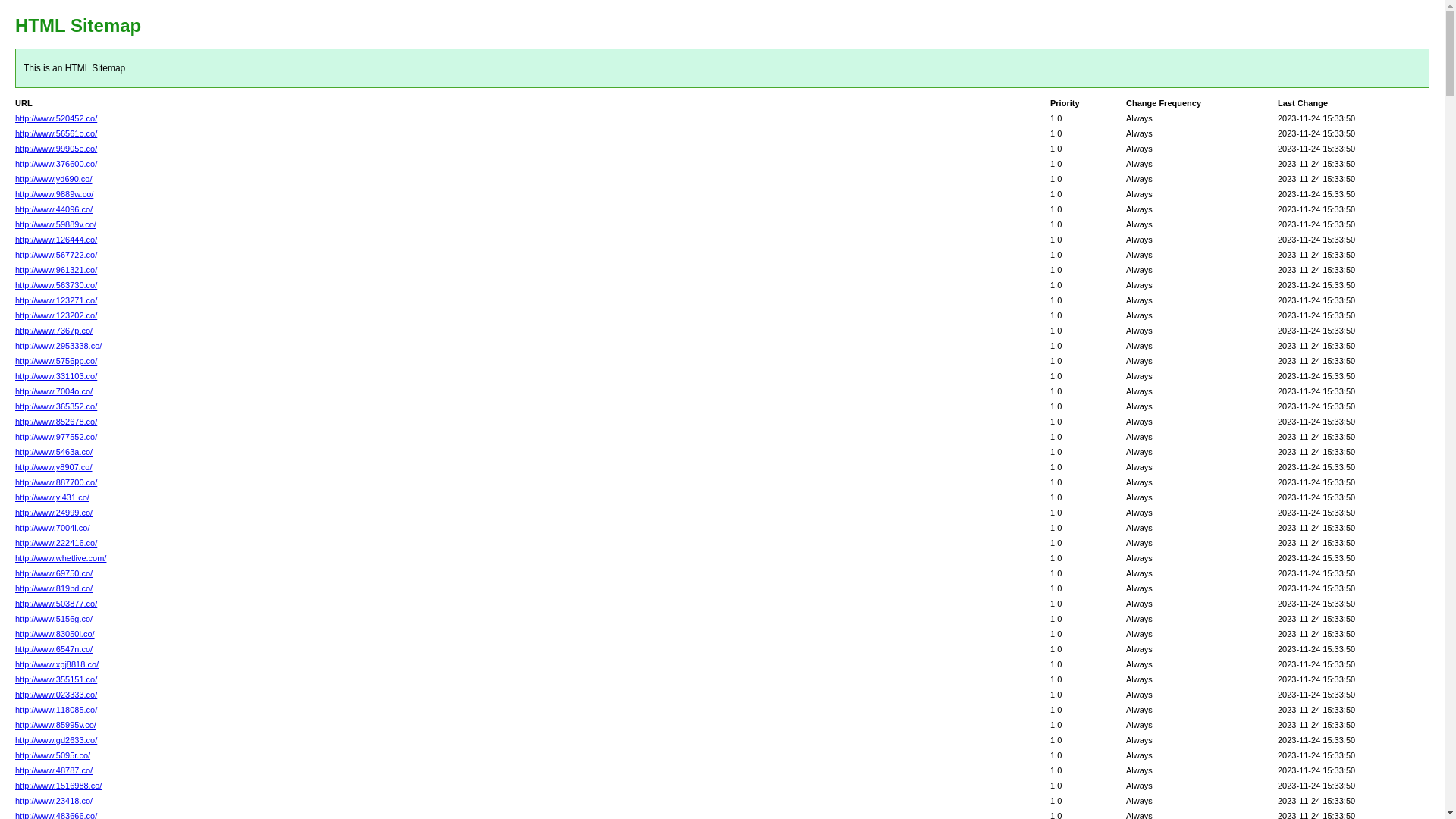  I want to click on 'http://www.023333.co/', so click(55, 694).